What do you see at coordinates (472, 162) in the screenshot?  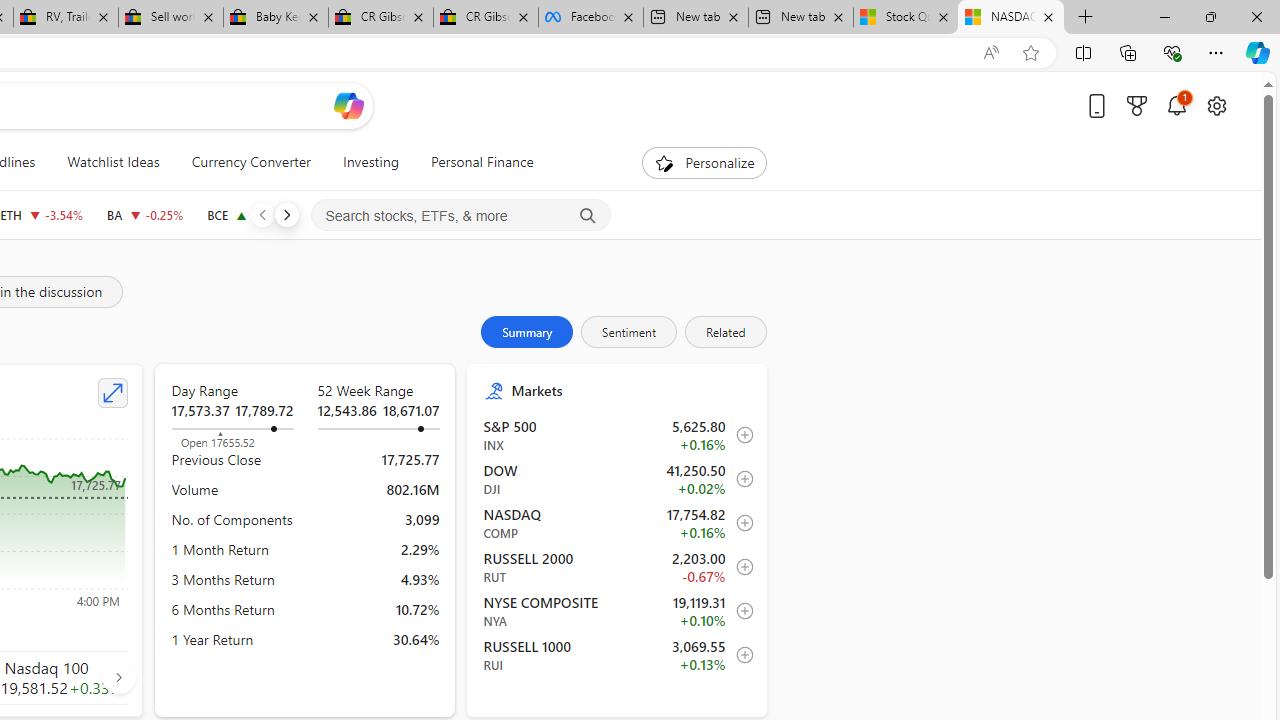 I see `'Personal Finance'` at bounding box center [472, 162].